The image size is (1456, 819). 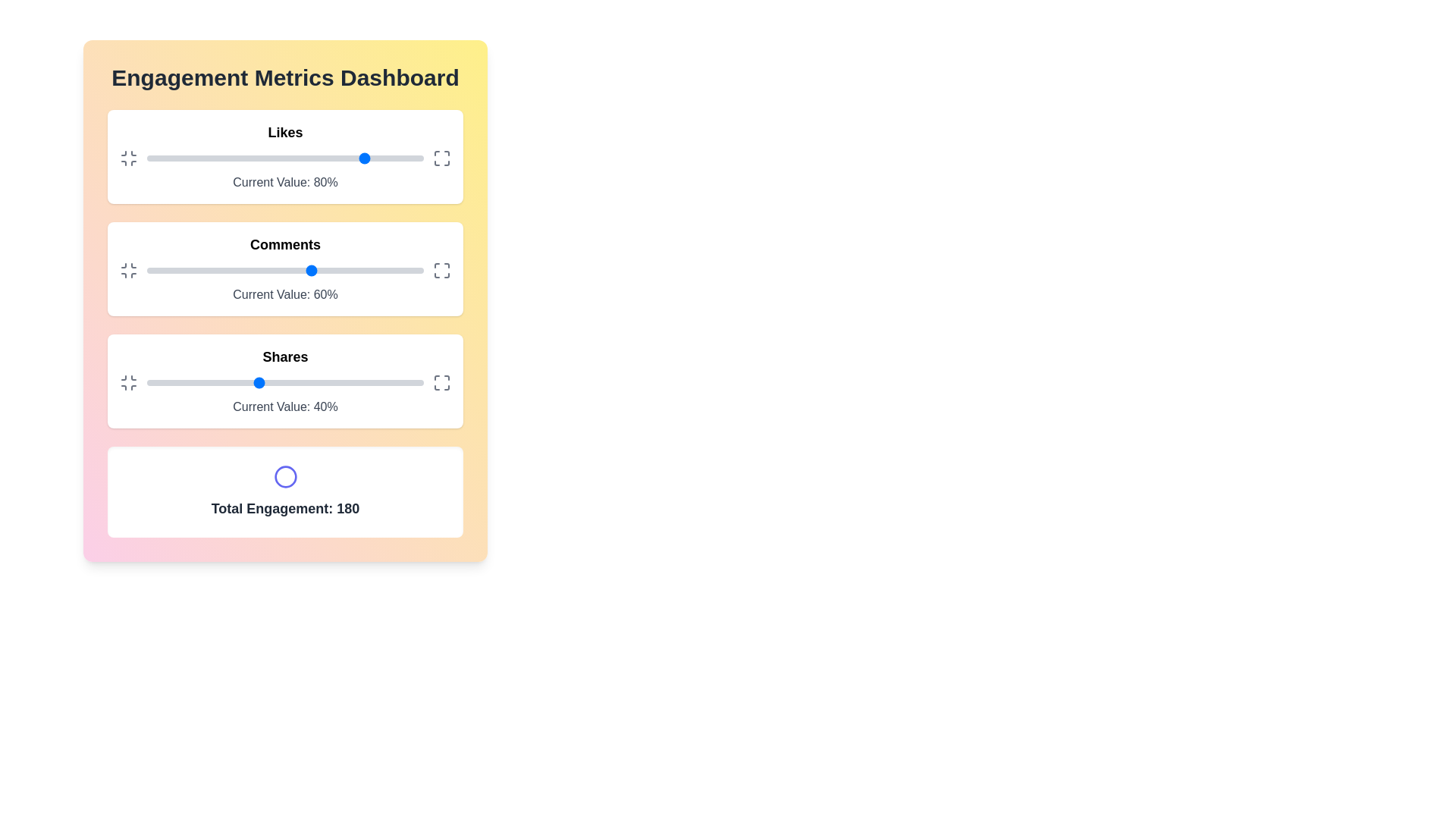 What do you see at coordinates (155, 382) in the screenshot?
I see `the shares value` at bounding box center [155, 382].